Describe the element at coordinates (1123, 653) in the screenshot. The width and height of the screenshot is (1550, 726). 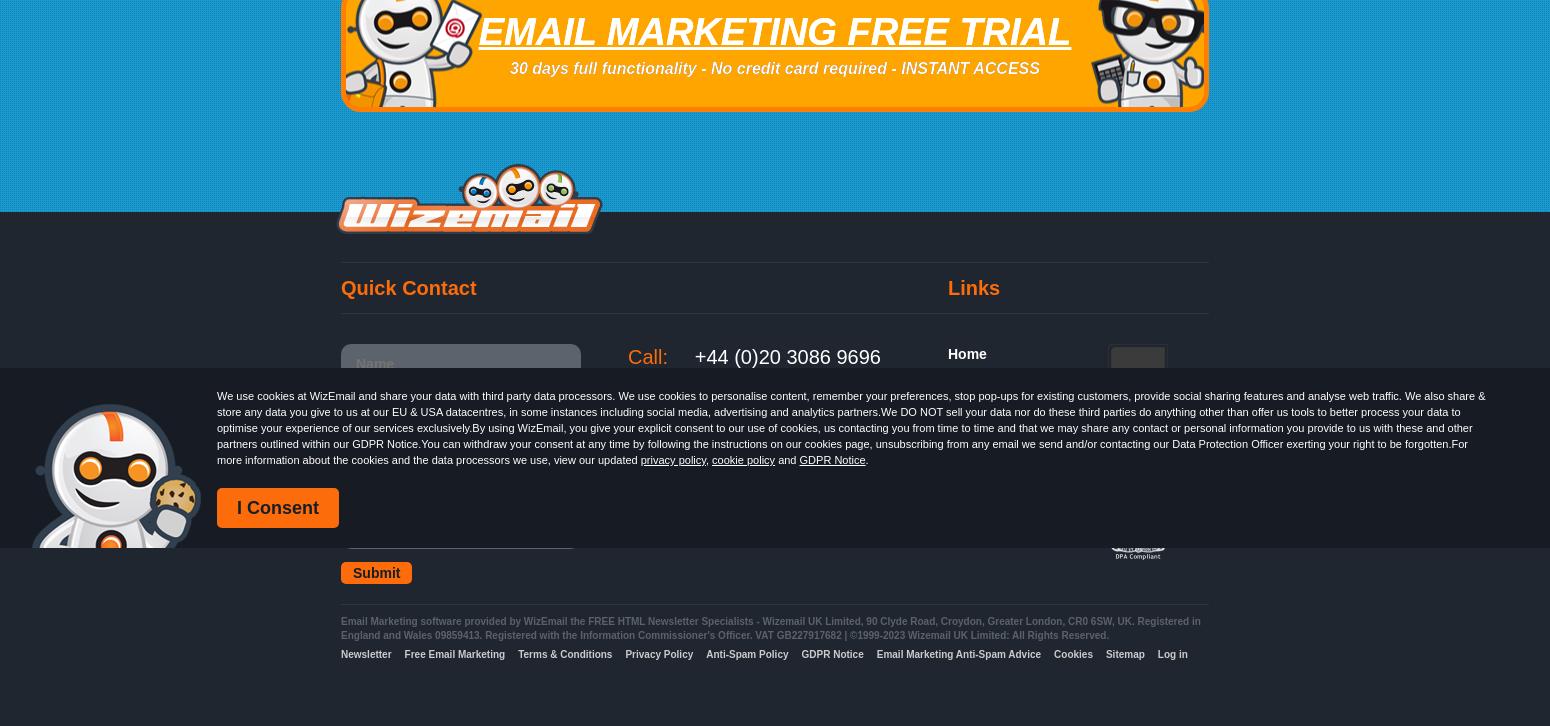
I see `'Sitemap'` at that location.